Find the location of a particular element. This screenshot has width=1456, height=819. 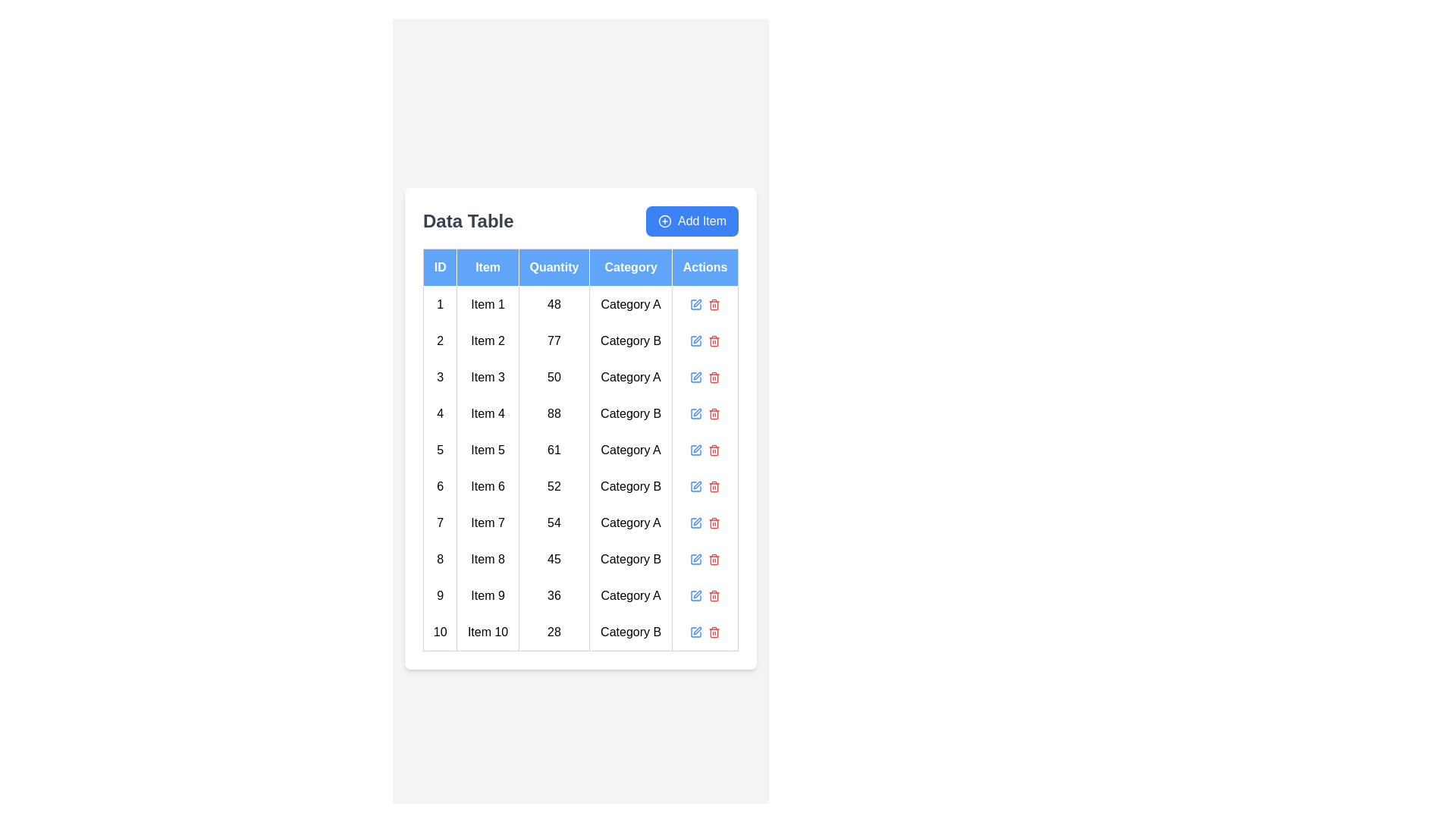

the static text element displaying the quantity value (77) for 'Item 2' in the third column of the second row in the table is located at coordinates (553, 340).